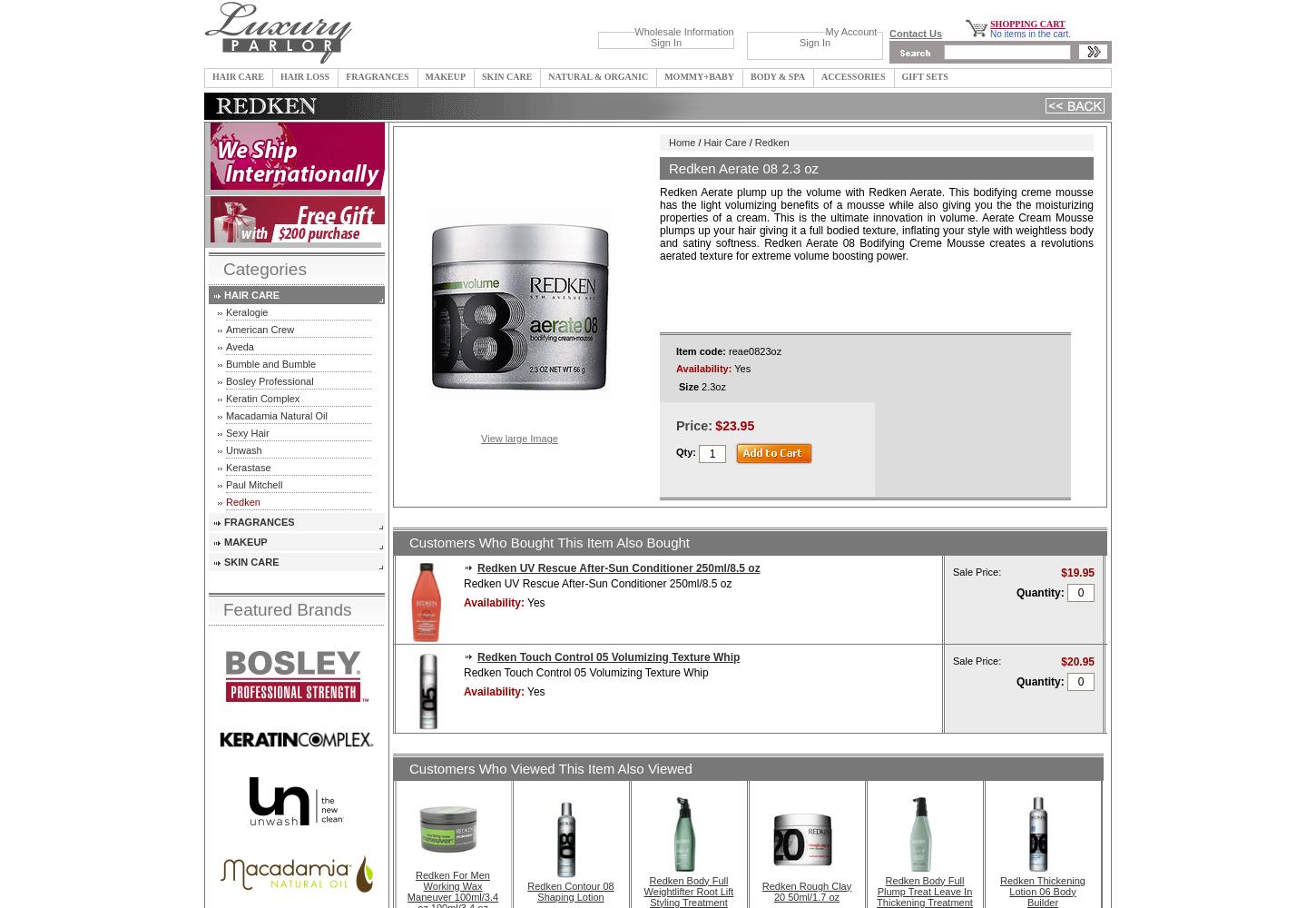 This screenshot has height=908, width=1316. Describe the element at coordinates (1029, 34) in the screenshot. I see `'No items in the cart.'` at that location.